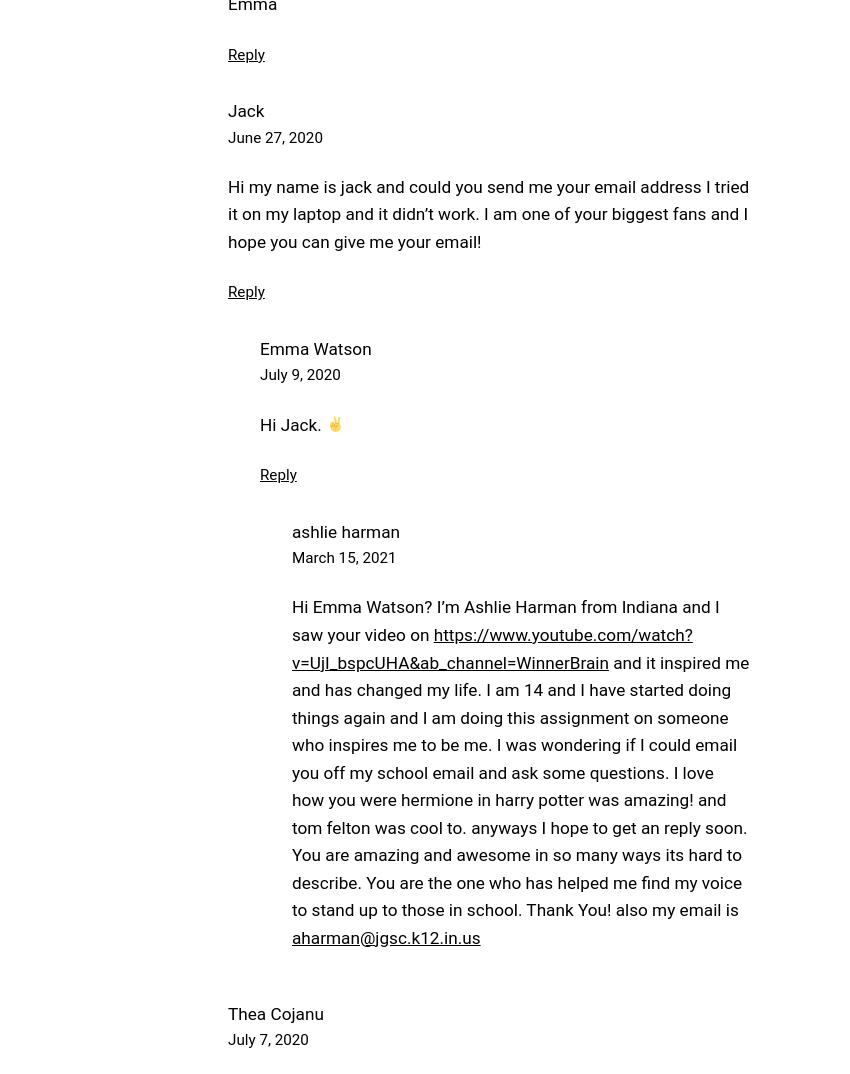  Describe the element at coordinates (290, 620) in the screenshot. I see `'Hi Emma Watson? I’m Ashlie Harman from Indiana and I saw your video on'` at that location.